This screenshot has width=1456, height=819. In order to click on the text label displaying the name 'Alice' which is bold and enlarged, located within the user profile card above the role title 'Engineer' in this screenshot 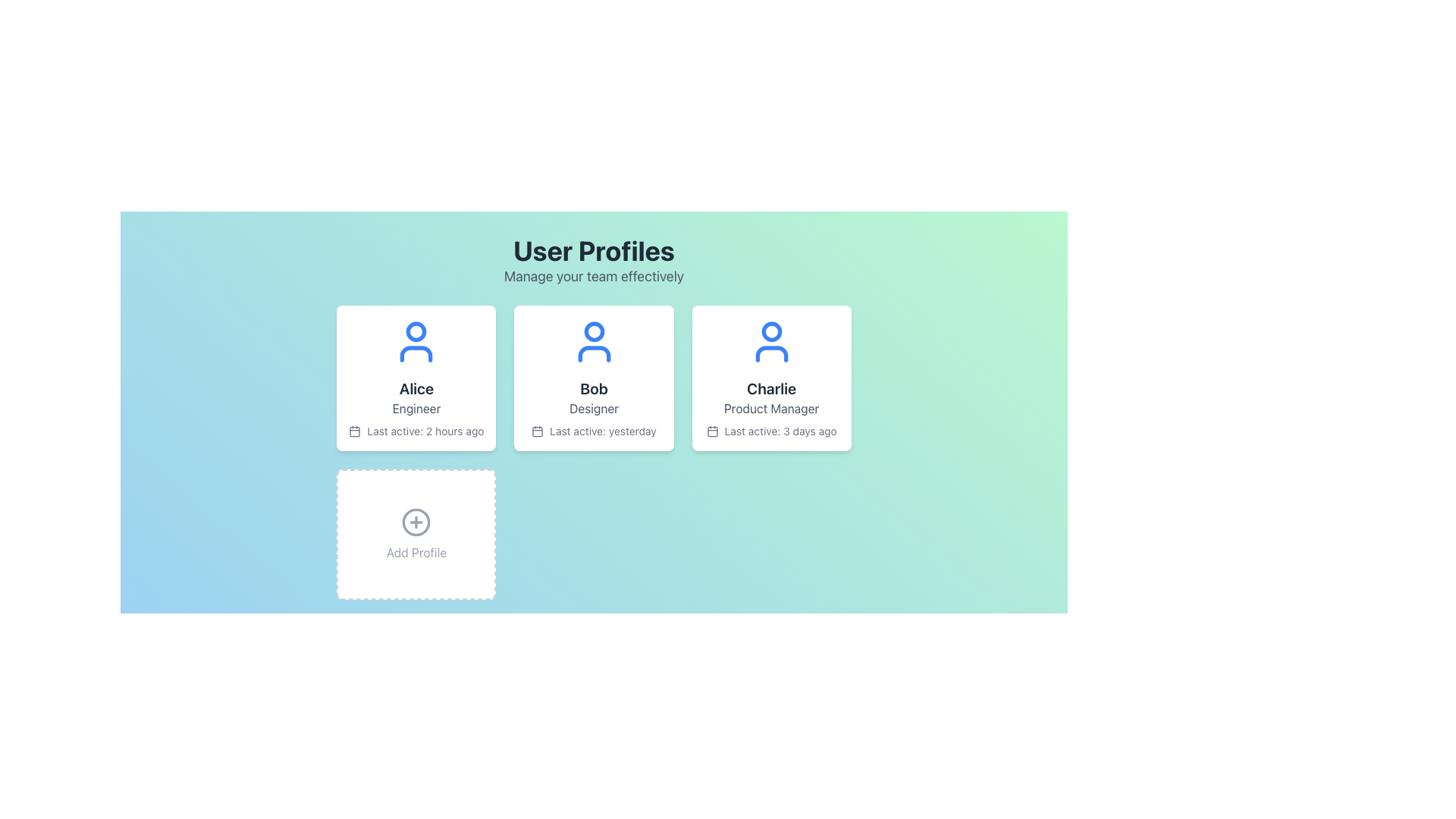, I will do `click(416, 388)`.